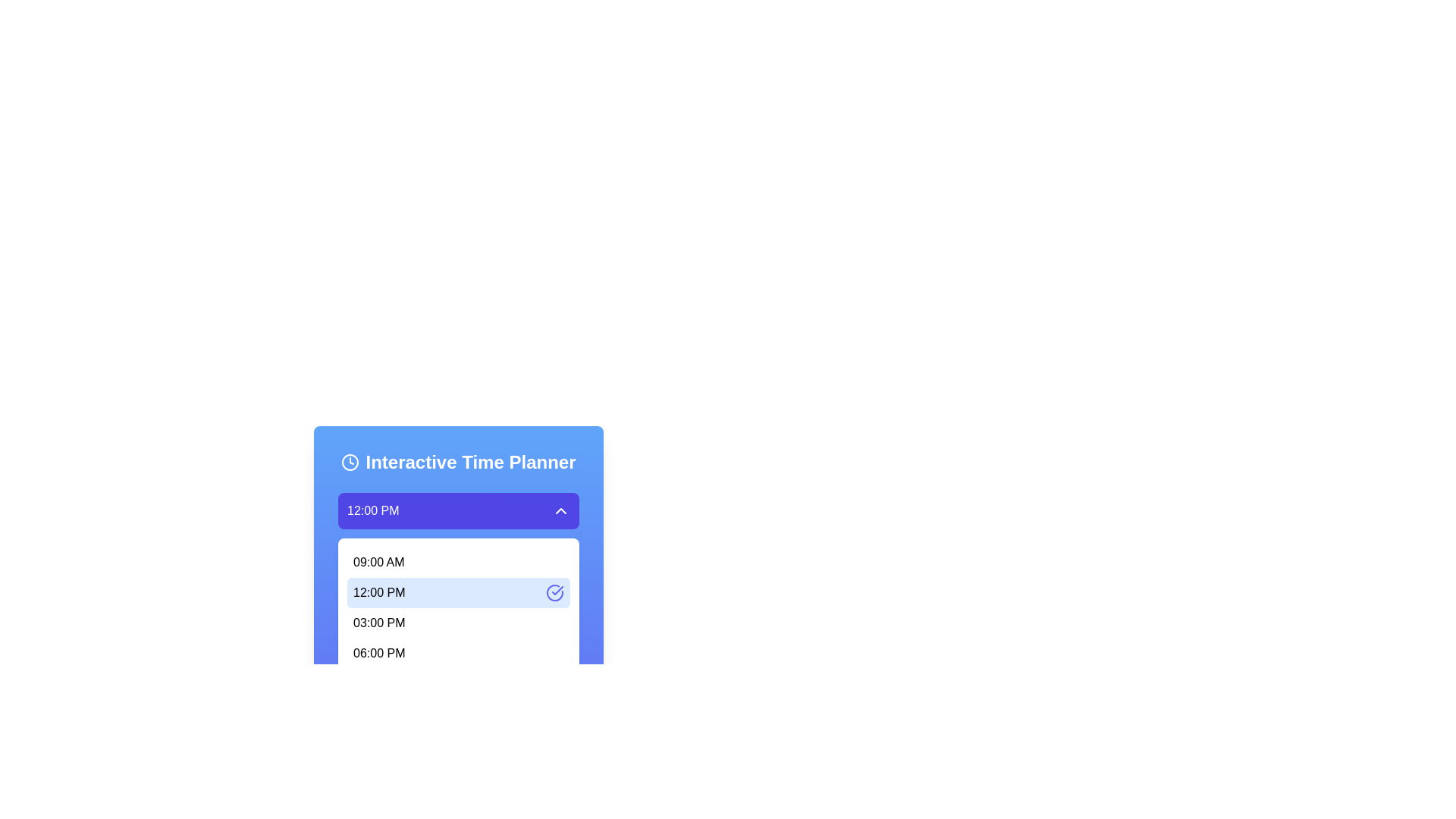 The image size is (1456, 819). Describe the element at coordinates (379, 652) in the screenshot. I see `the last text label in the dropdown menu that displays an available time option for interaction feedback` at that location.